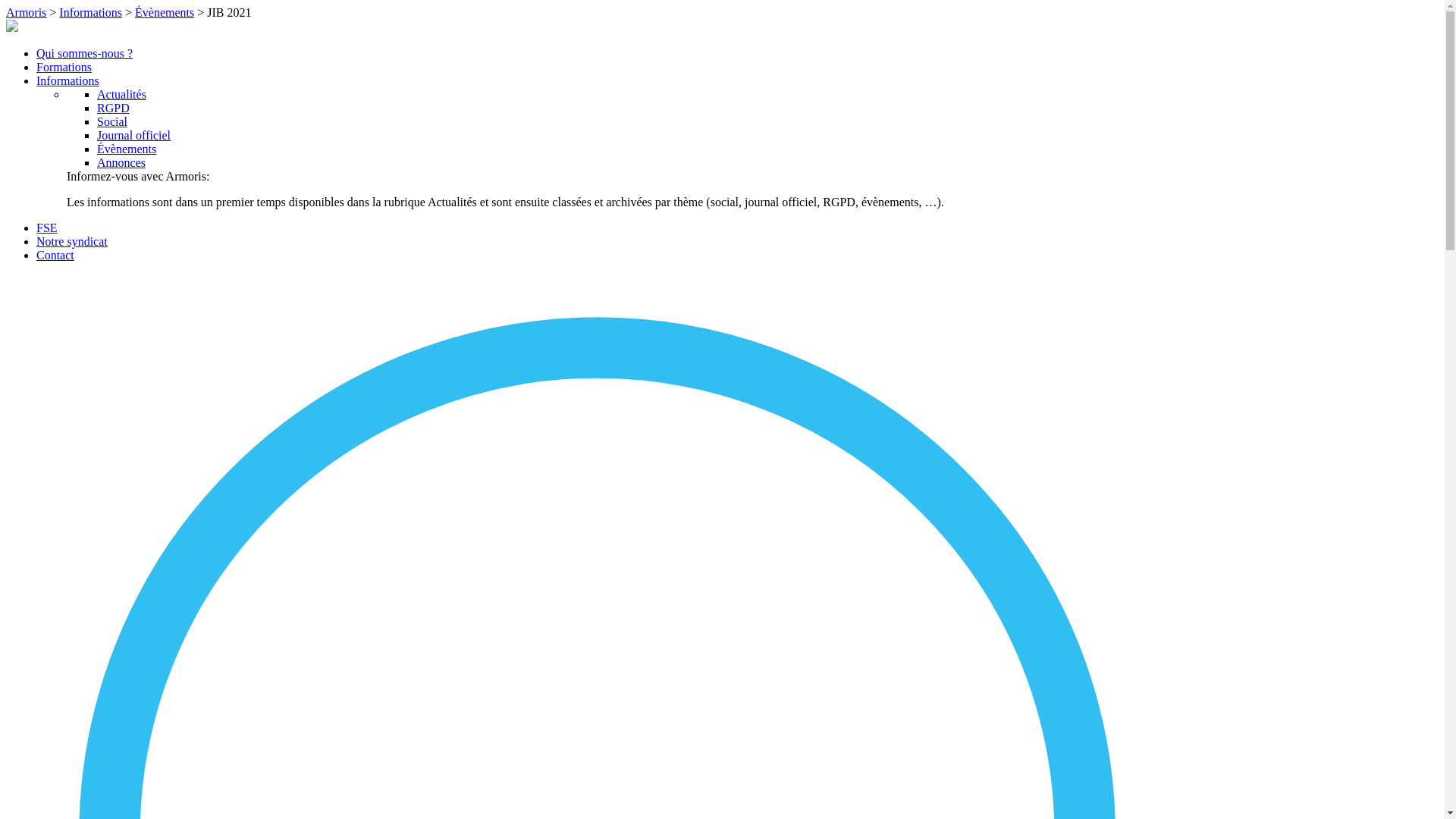  What do you see at coordinates (67, 80) in the screenshot?
I see `'Informations'` at bounding box center [67, 80].